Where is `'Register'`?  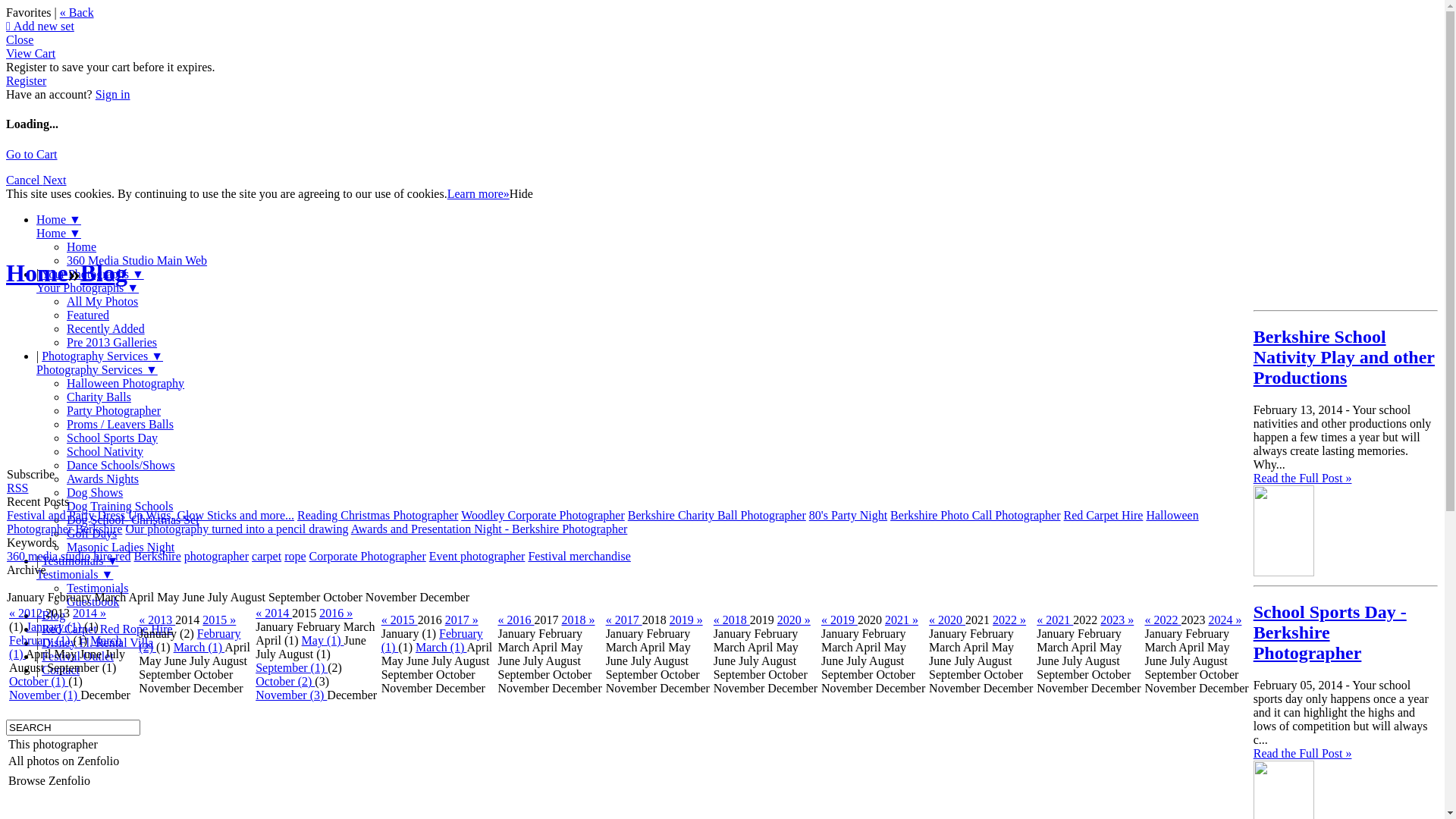 'Register' is located at coordinates (26, 80).